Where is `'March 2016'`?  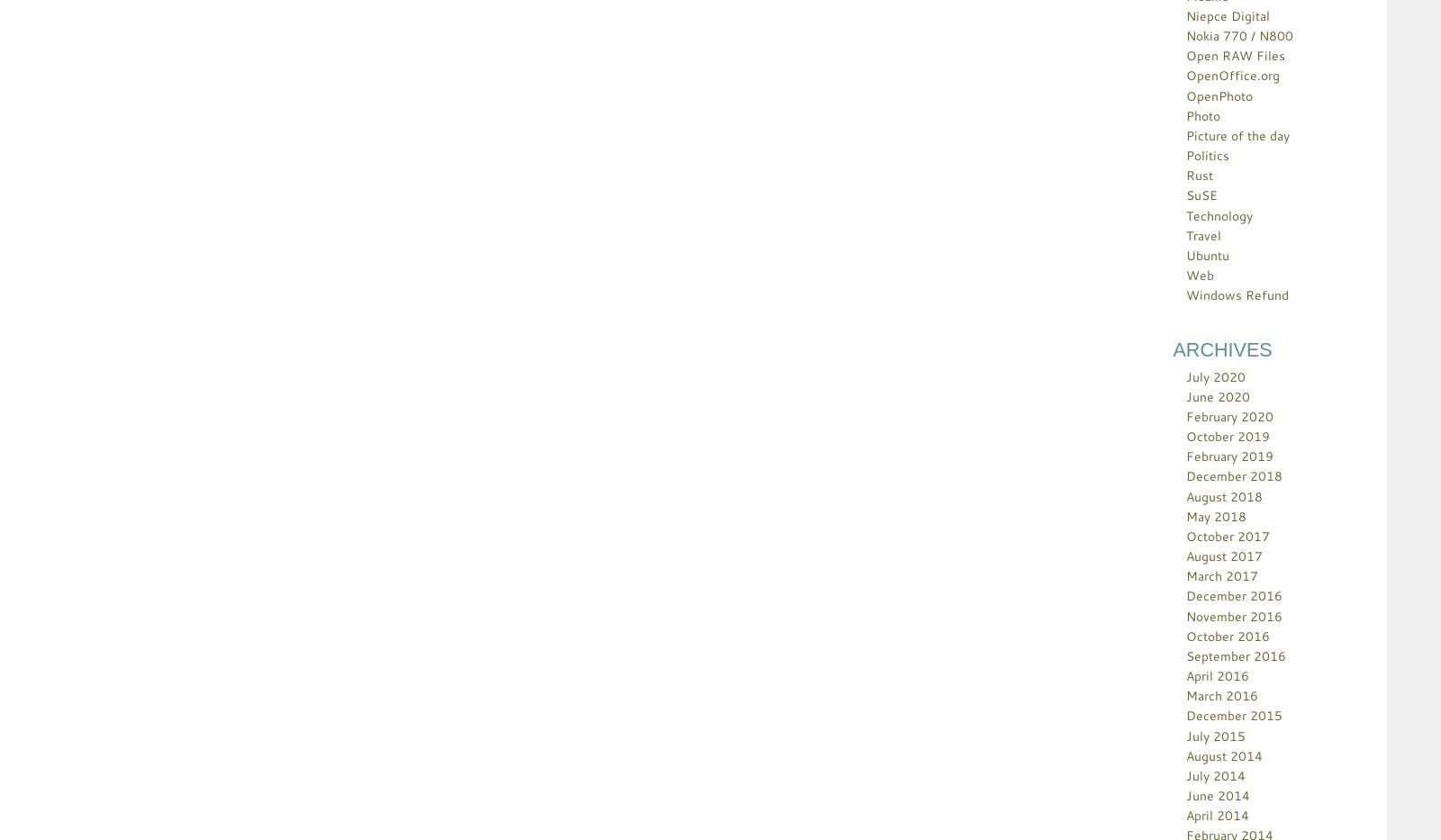
'March 2016' is located at coordinates (1220, 694).